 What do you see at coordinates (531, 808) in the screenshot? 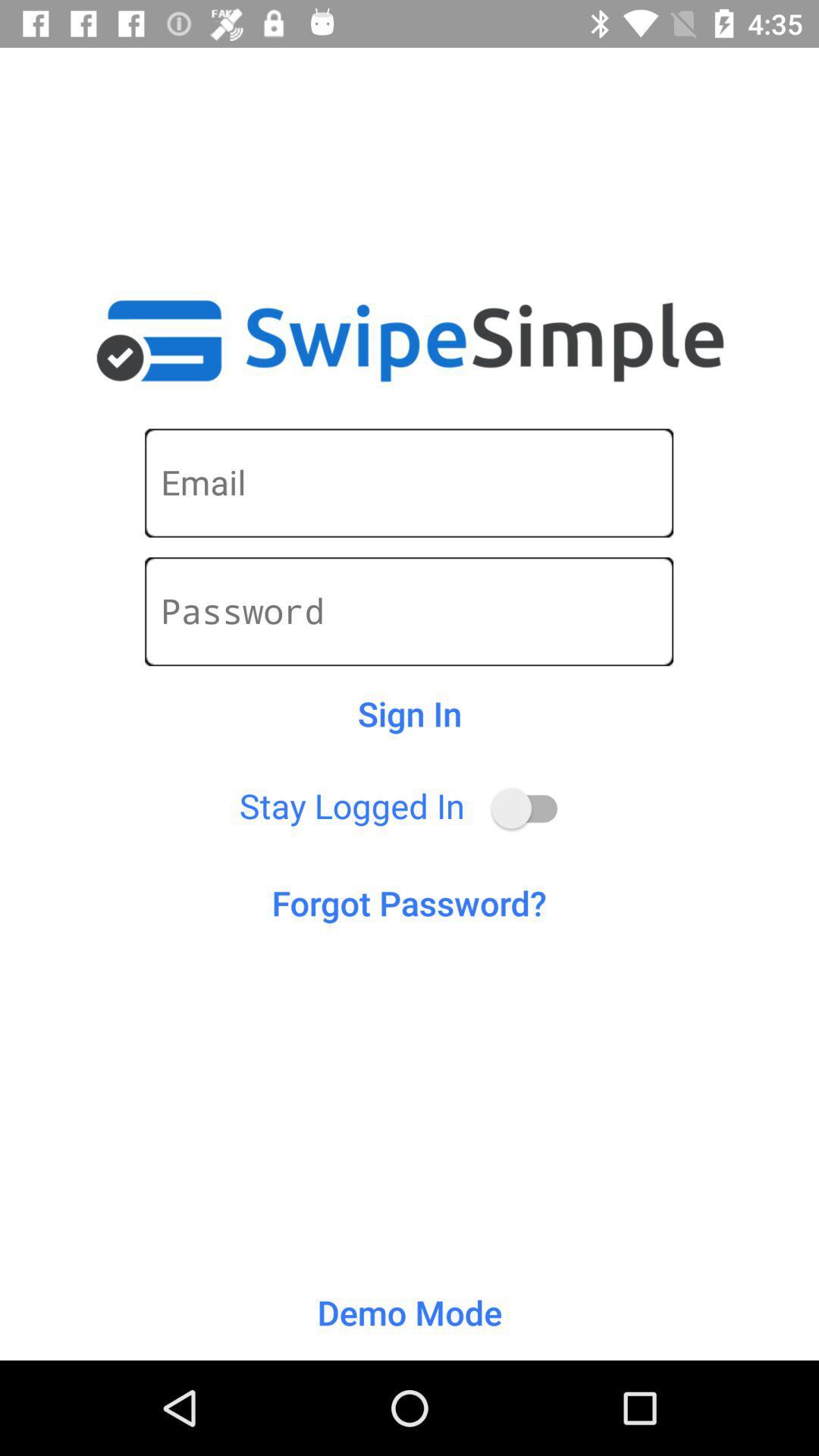
I see `activation button` at bounding box center [531, 808].